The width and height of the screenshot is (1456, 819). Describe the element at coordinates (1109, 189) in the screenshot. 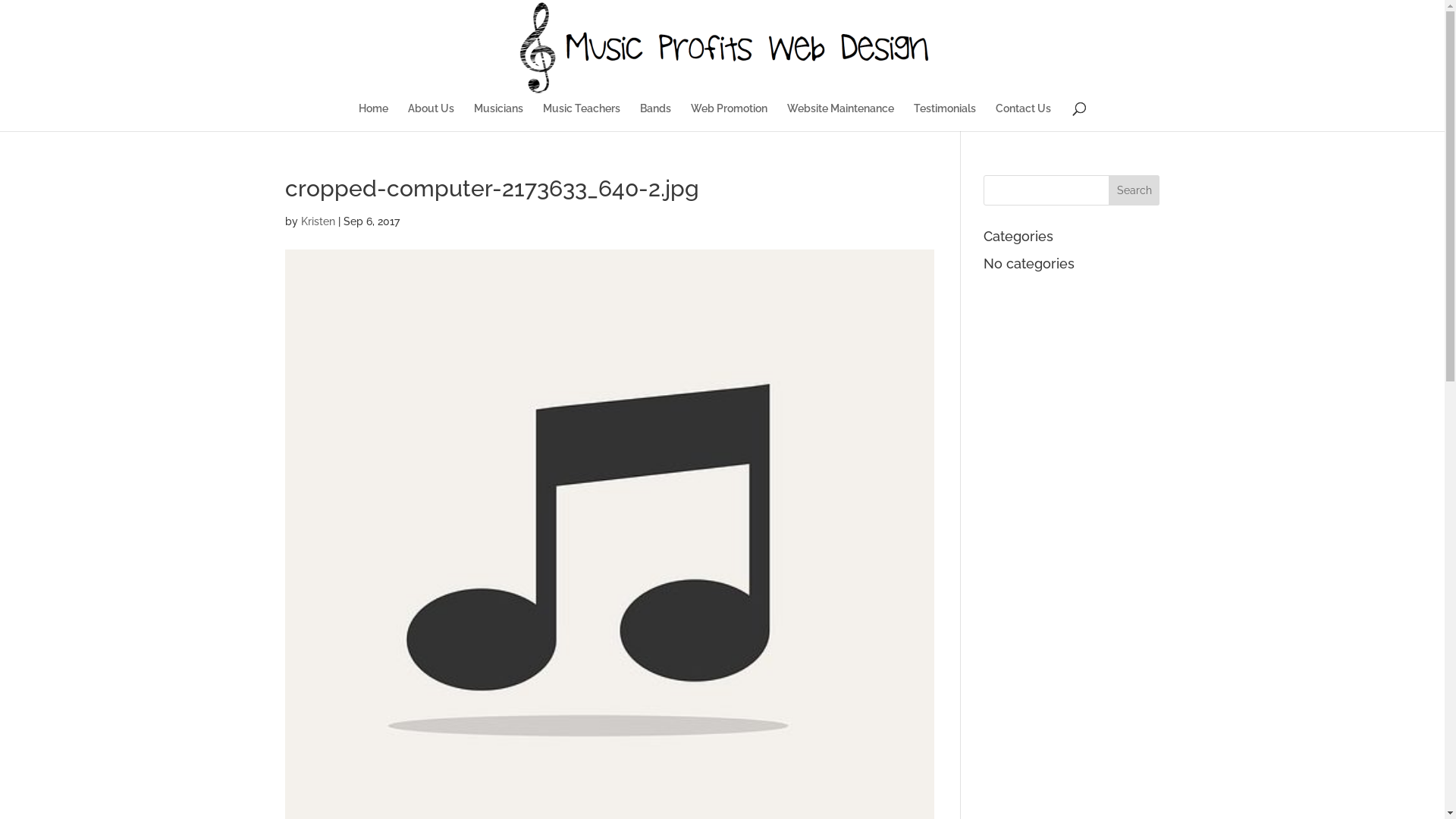

I see `'Search'` at that location.